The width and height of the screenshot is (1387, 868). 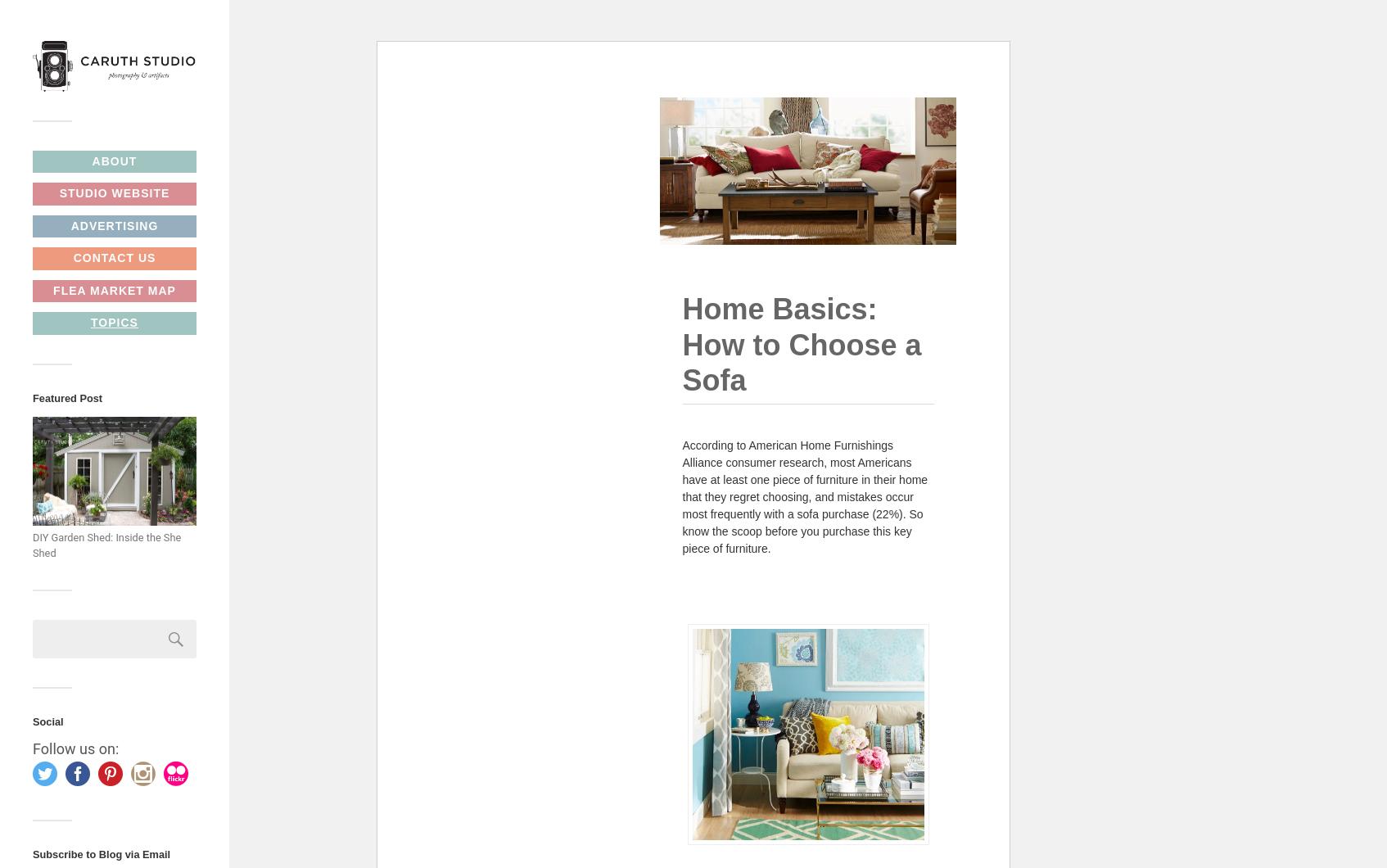 I want to click on 'Home Basics: How to Choose a Sofa', so click(x=800, y=343).